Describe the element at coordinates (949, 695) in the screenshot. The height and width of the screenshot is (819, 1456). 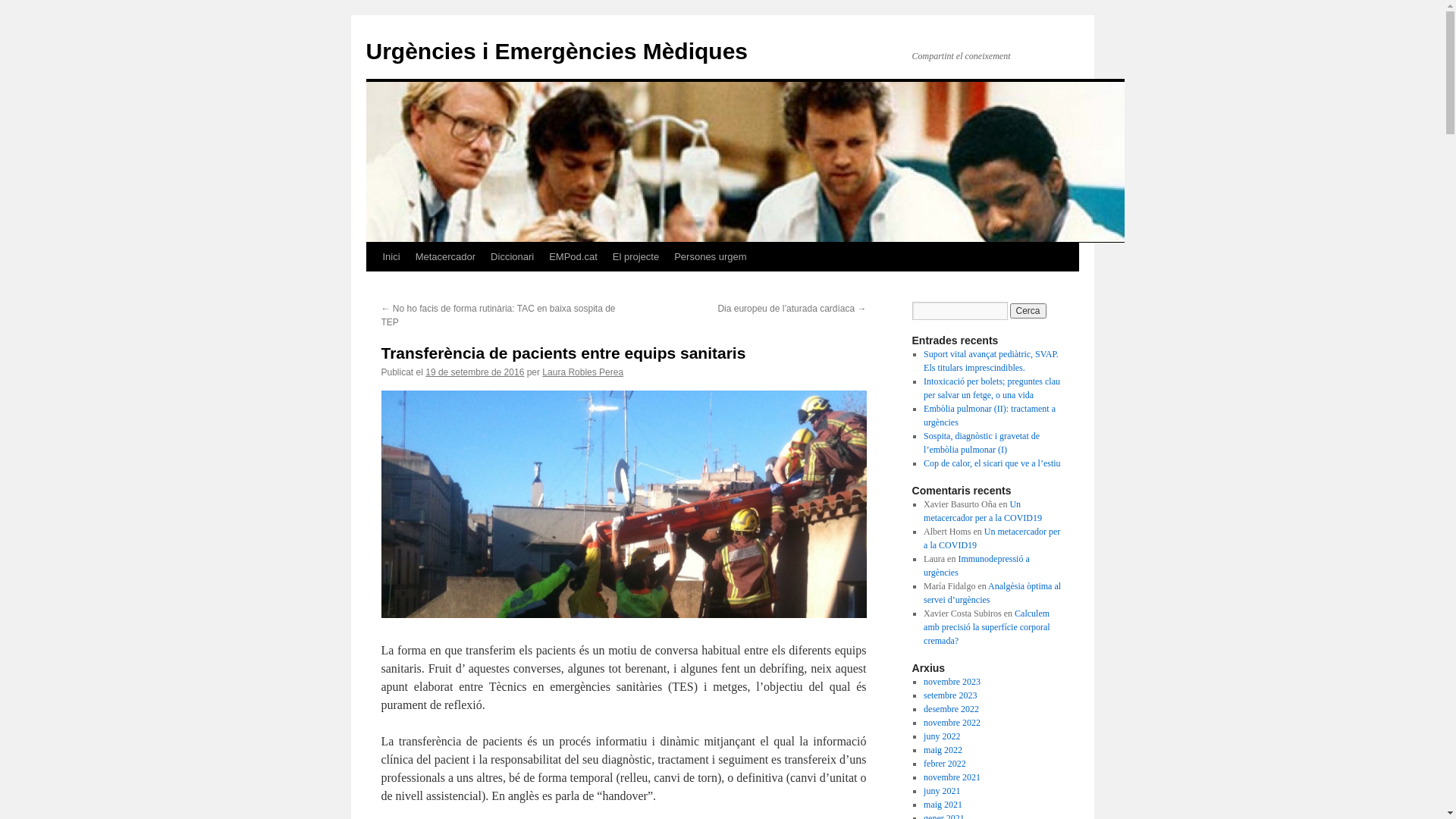
I see `'setembre 2023'` at that location.